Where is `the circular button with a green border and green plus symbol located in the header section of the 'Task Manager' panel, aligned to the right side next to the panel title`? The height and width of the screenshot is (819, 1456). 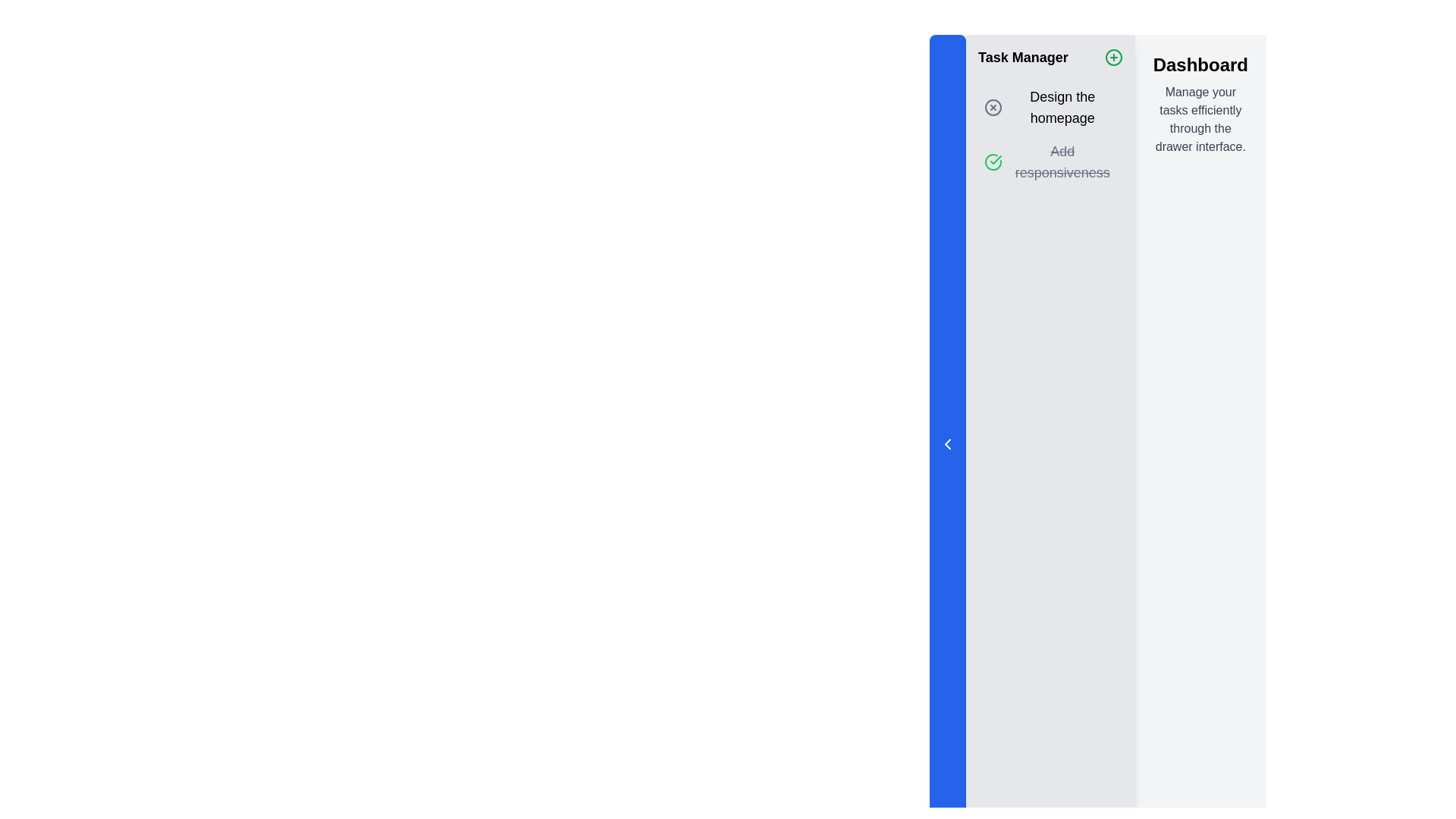
the circular button with a green border and green plus symbol located in the header section of the 'Task Manager' panel, aligned to the right side next to the panel title is located at coordinates (1113, 57).